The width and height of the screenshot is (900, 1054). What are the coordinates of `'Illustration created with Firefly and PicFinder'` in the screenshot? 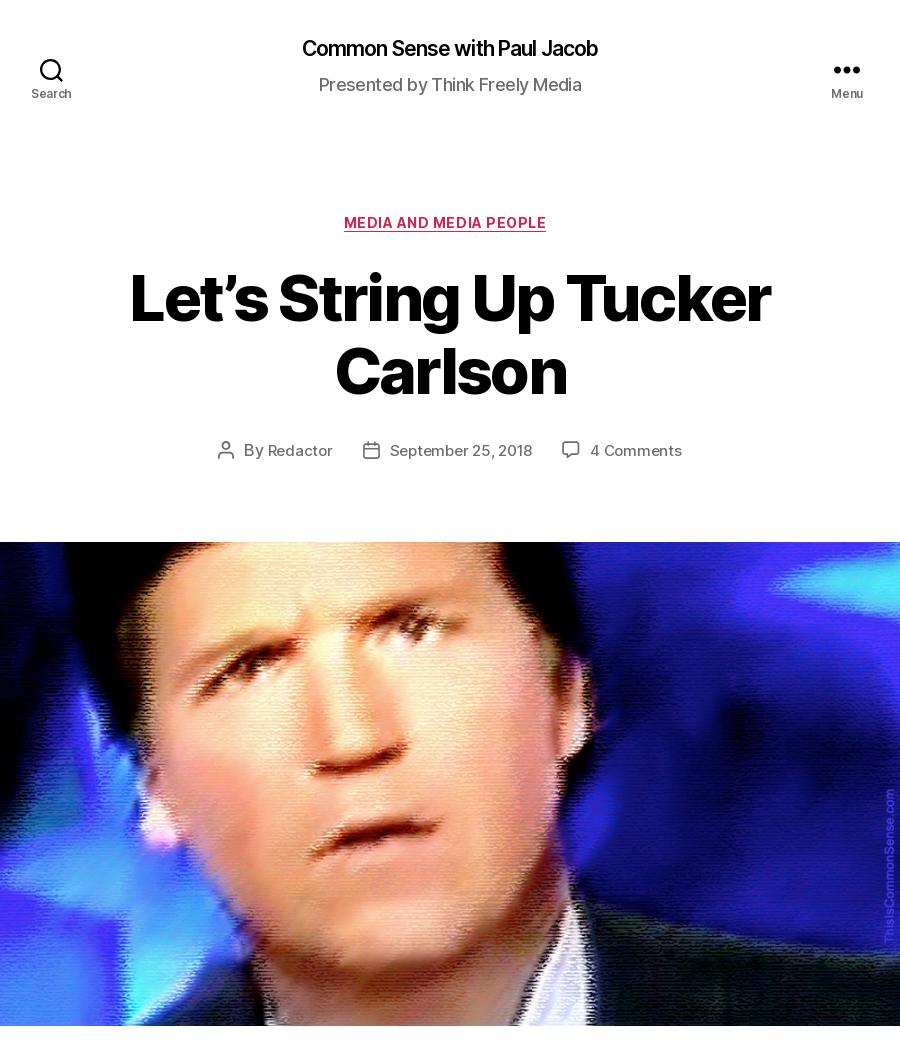 It's located at (468, 59).